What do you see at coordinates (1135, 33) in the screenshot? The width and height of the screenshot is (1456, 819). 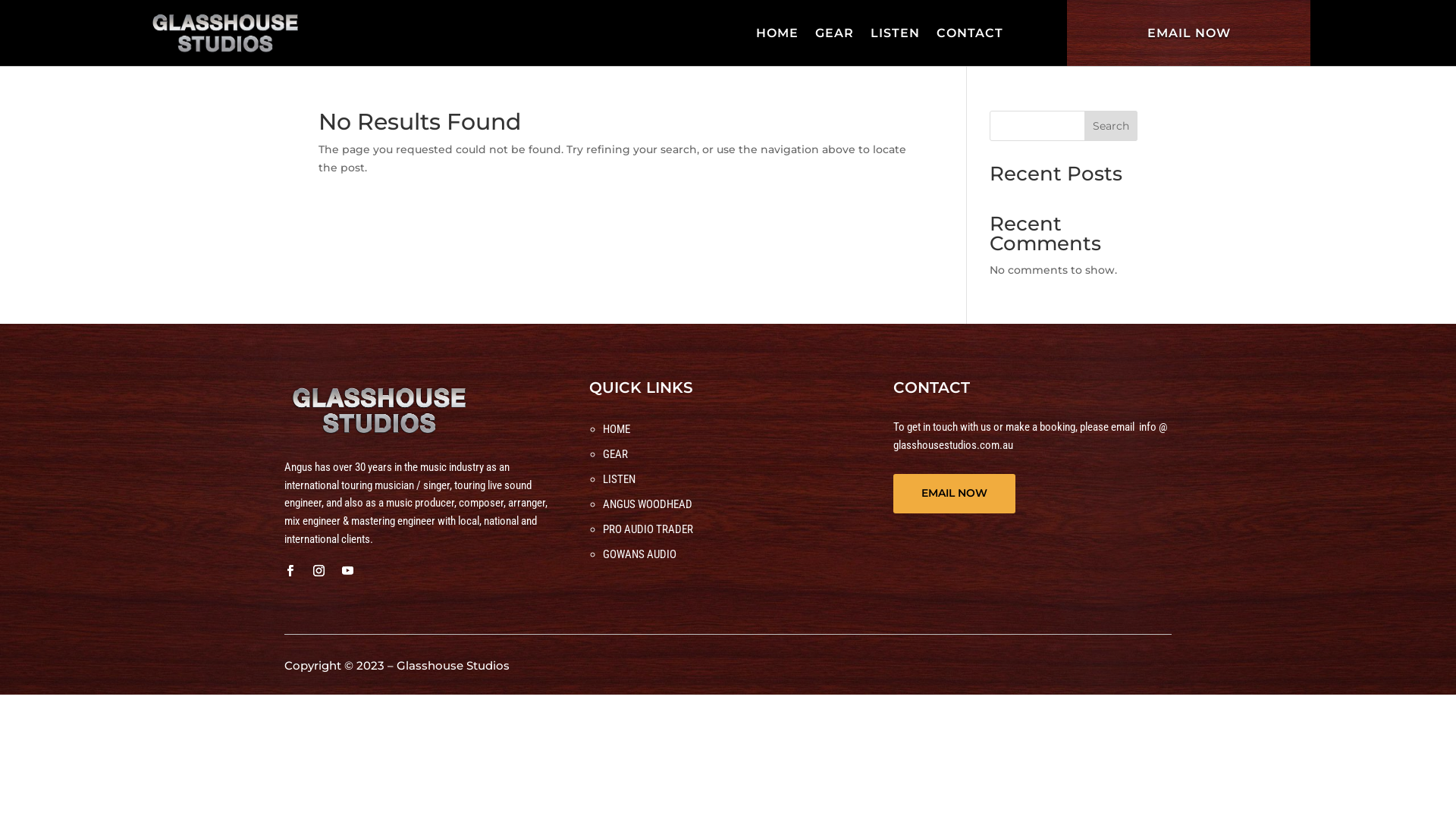 I see `'EMAIL NOW'` at bounding box center [1135, 33].